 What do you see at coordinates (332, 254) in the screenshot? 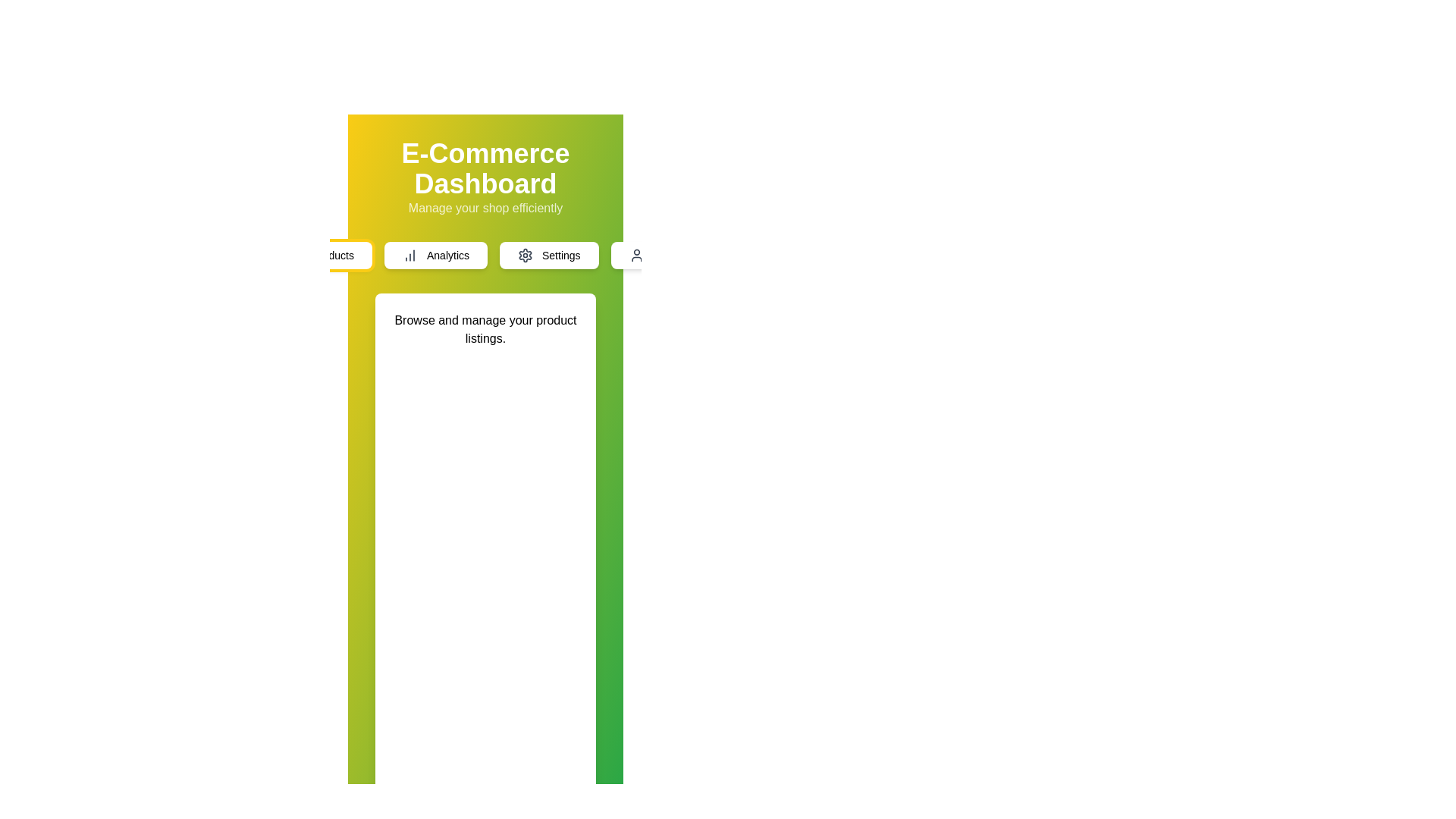
I see `text from the label displaying 'Products', which is located in the leftmost button of a horizontal button group at the top of the application` at bounding box center [332, 254].